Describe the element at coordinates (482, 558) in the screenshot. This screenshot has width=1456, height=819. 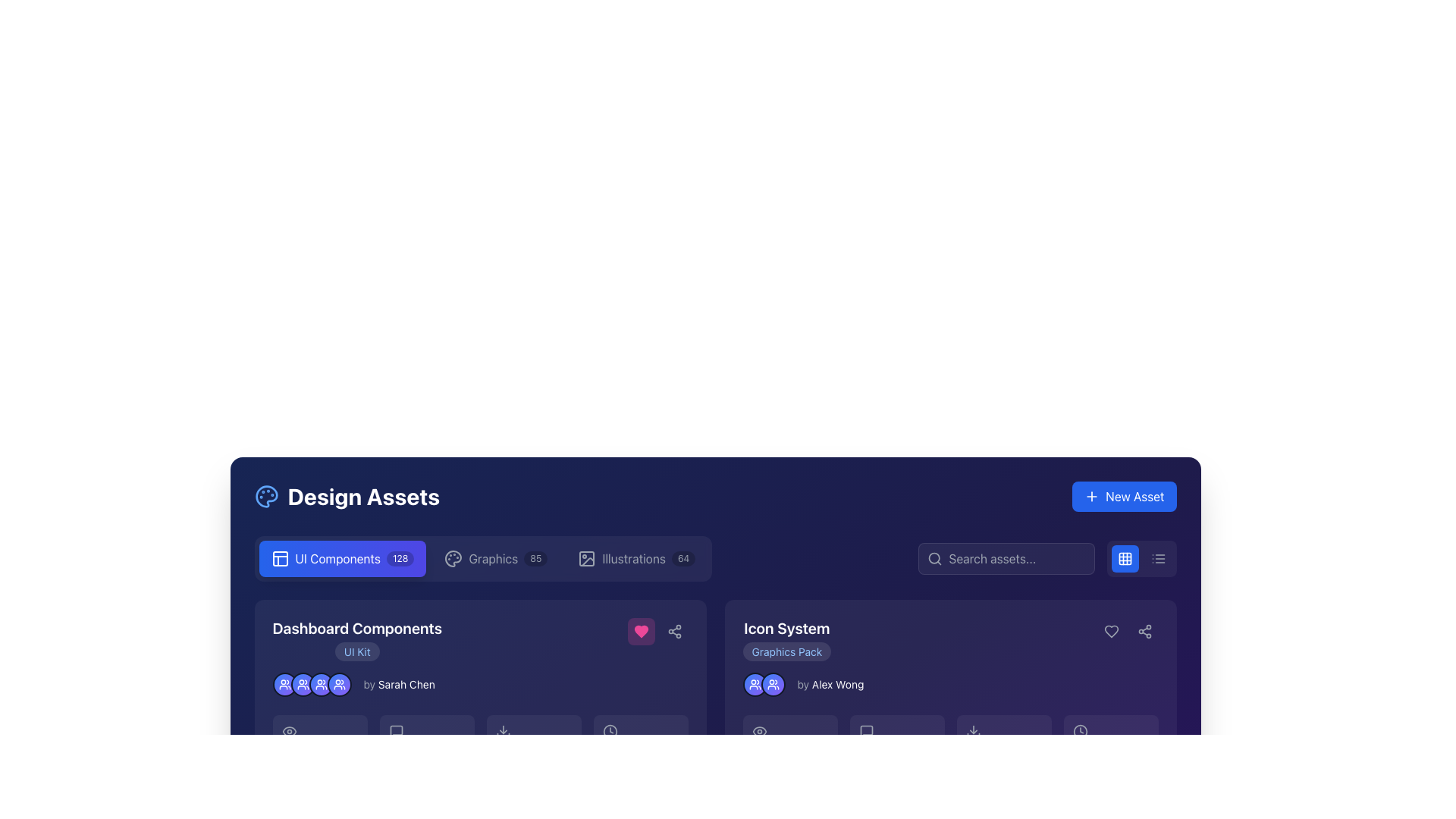
I see `the toolbar panel containing the items 'UI Components', 'Graphics', and 'Illustrations'` at that location.